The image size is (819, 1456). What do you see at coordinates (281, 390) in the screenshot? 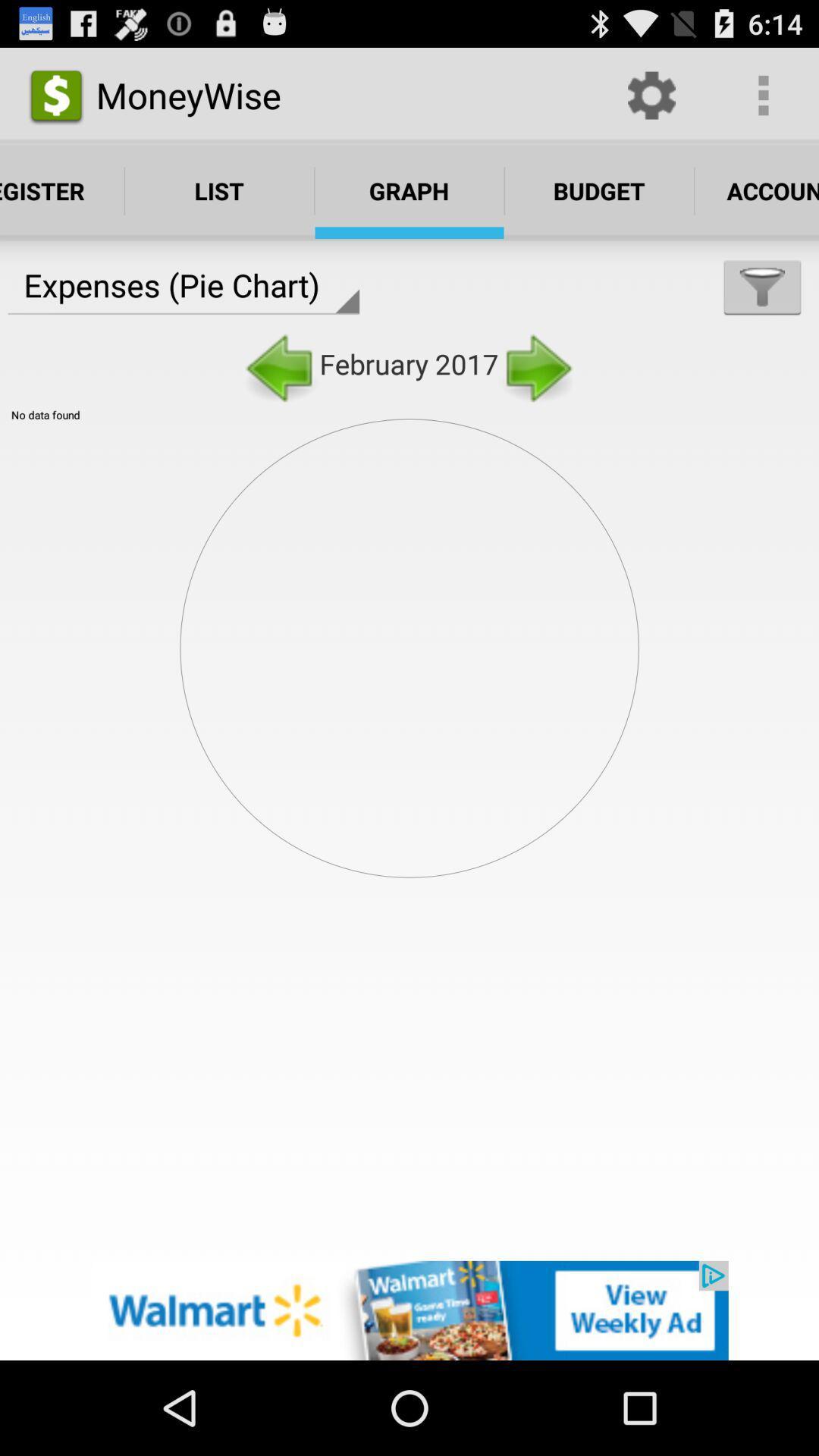
I see `the arrow_backward icon` at bounding box center [281, 390].